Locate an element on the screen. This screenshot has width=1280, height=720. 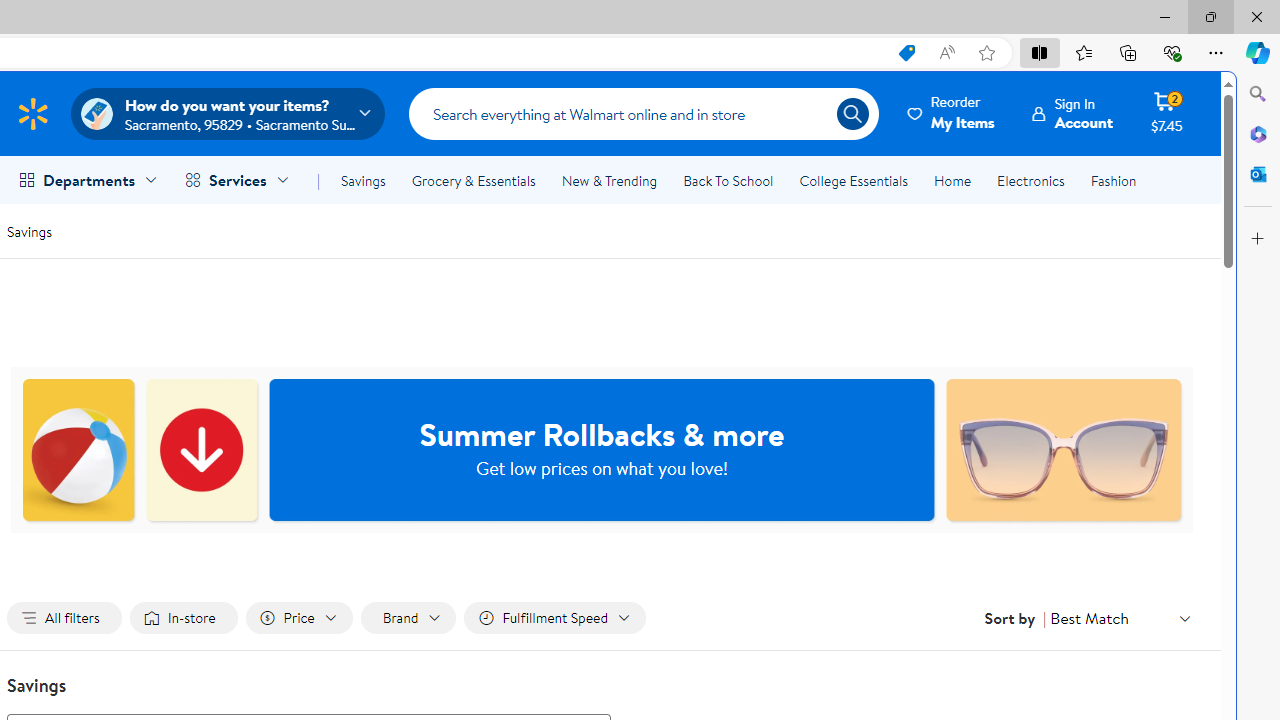
'New & Trending' is located at coordinates (608, 181).